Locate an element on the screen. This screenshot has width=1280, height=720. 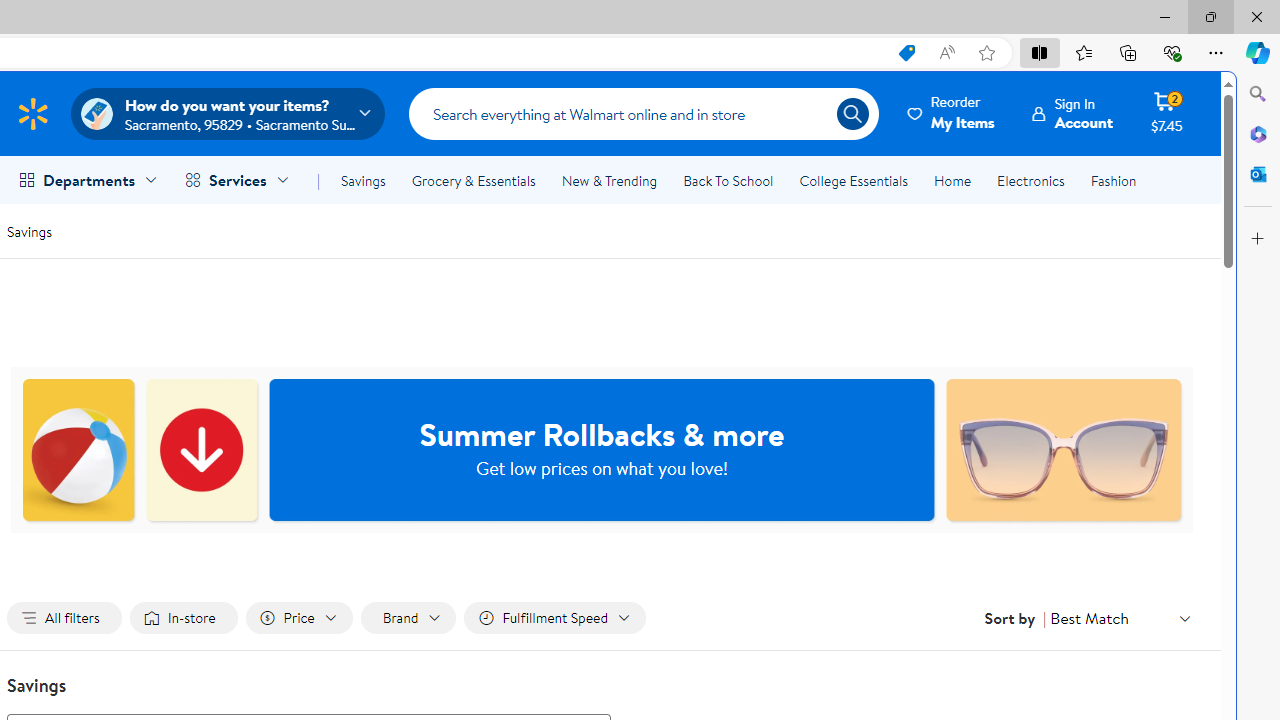
'New & Trending' is located at coordinates (608, 181).